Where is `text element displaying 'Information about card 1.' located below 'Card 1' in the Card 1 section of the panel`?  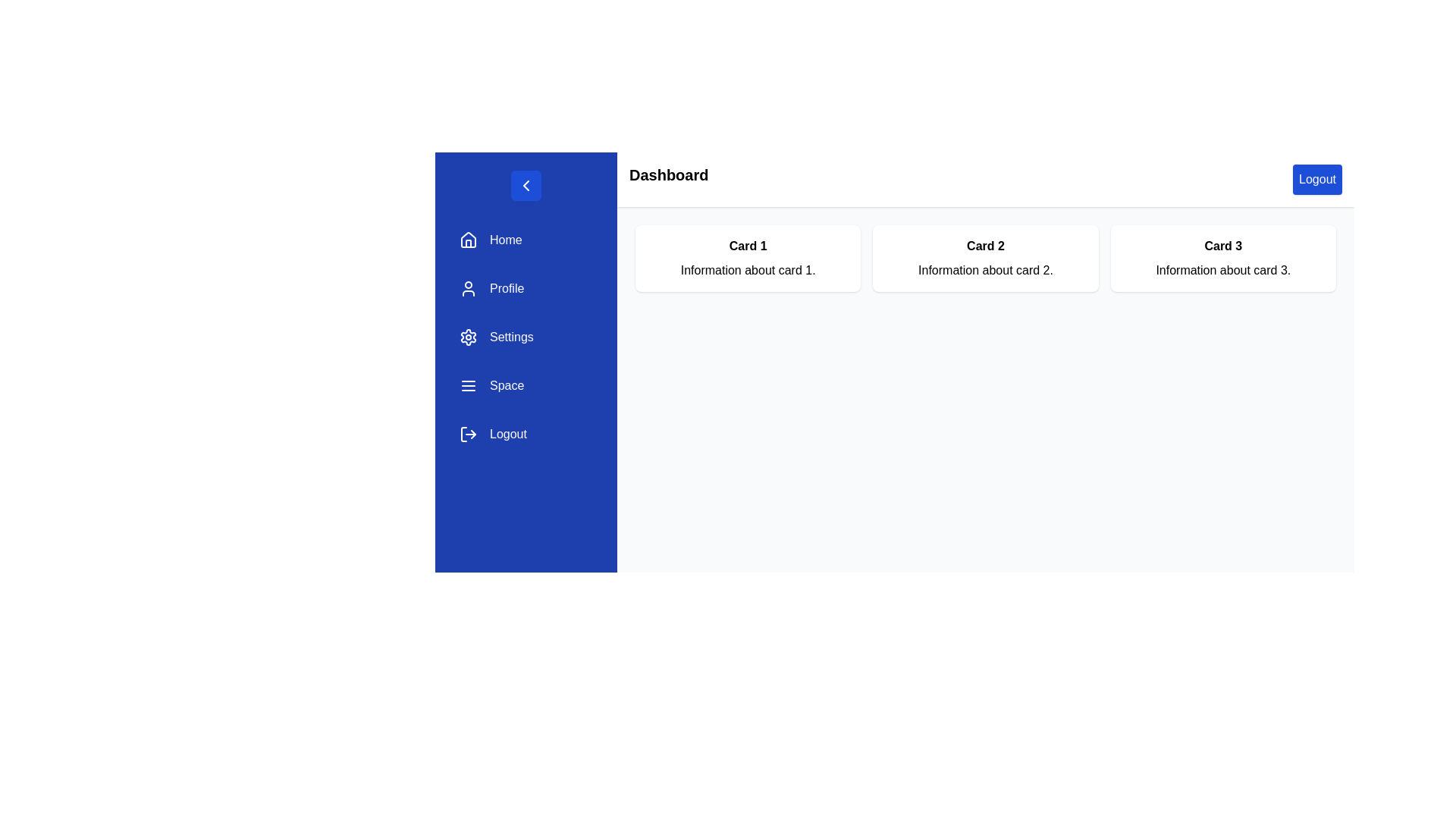
text element displaying 'Information about card 1.' located below 'Card 1' in the Card 1 section of the panel is located at coordinates (748, 270).